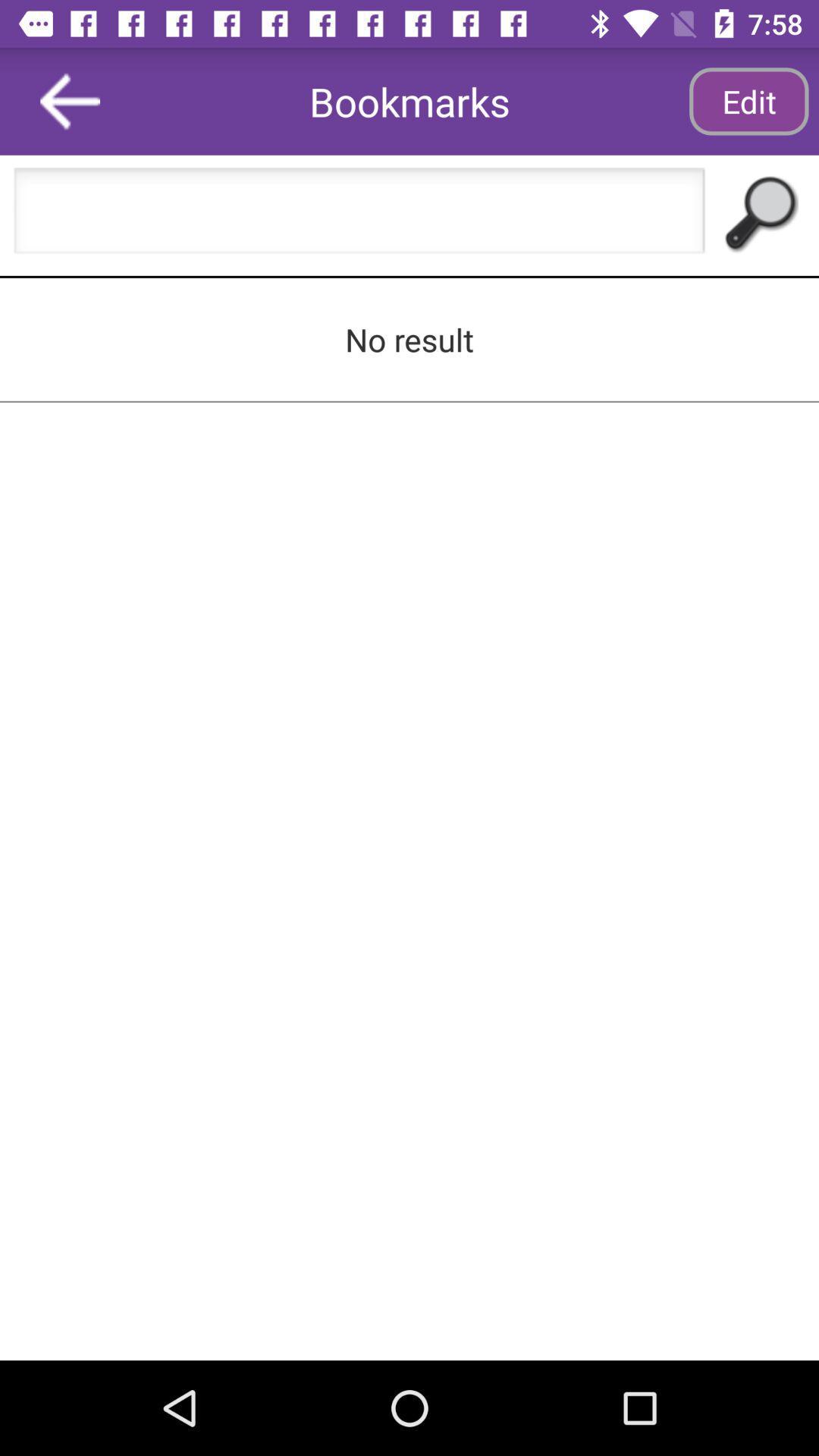 Image resolution: width=819 pixels, height=1456 pixels. I want to click on the icon below the edit, so click(758, 215).